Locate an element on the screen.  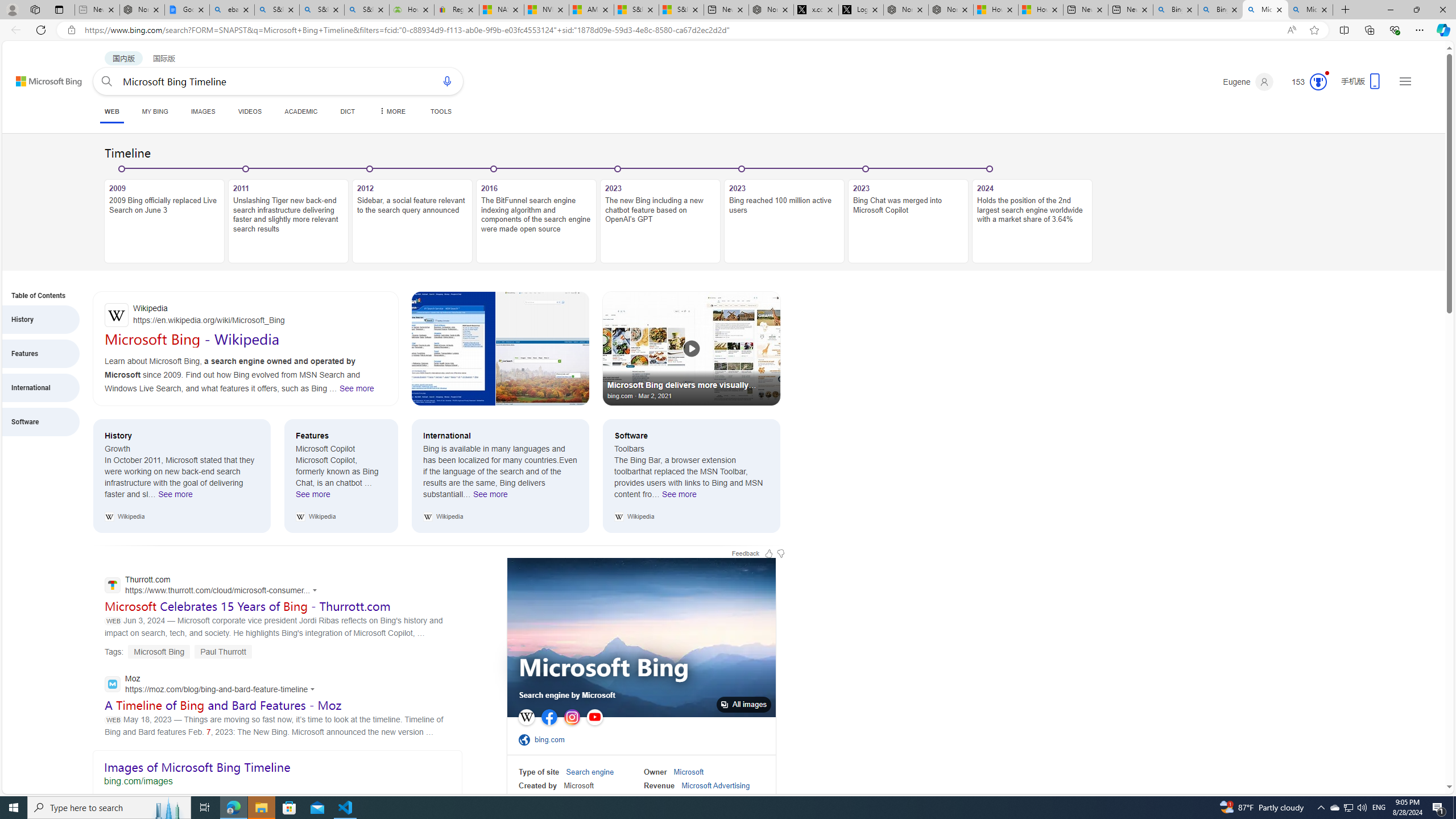
'Search more' is located at coordinates (1423, 753).